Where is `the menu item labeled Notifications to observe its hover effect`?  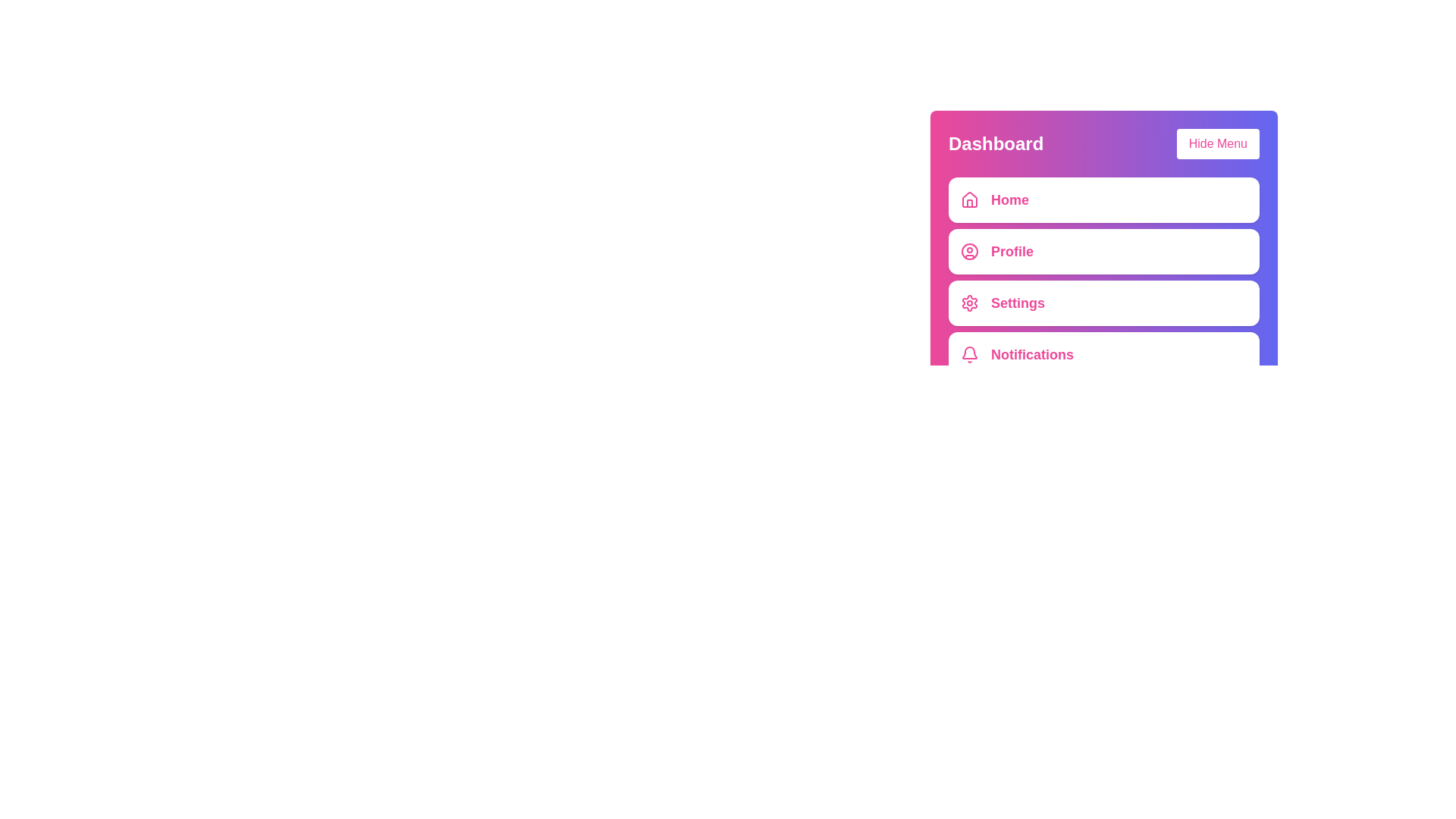 the menu item labeled Notifications to observe its hover effect is located at coordinates (1103, 354).